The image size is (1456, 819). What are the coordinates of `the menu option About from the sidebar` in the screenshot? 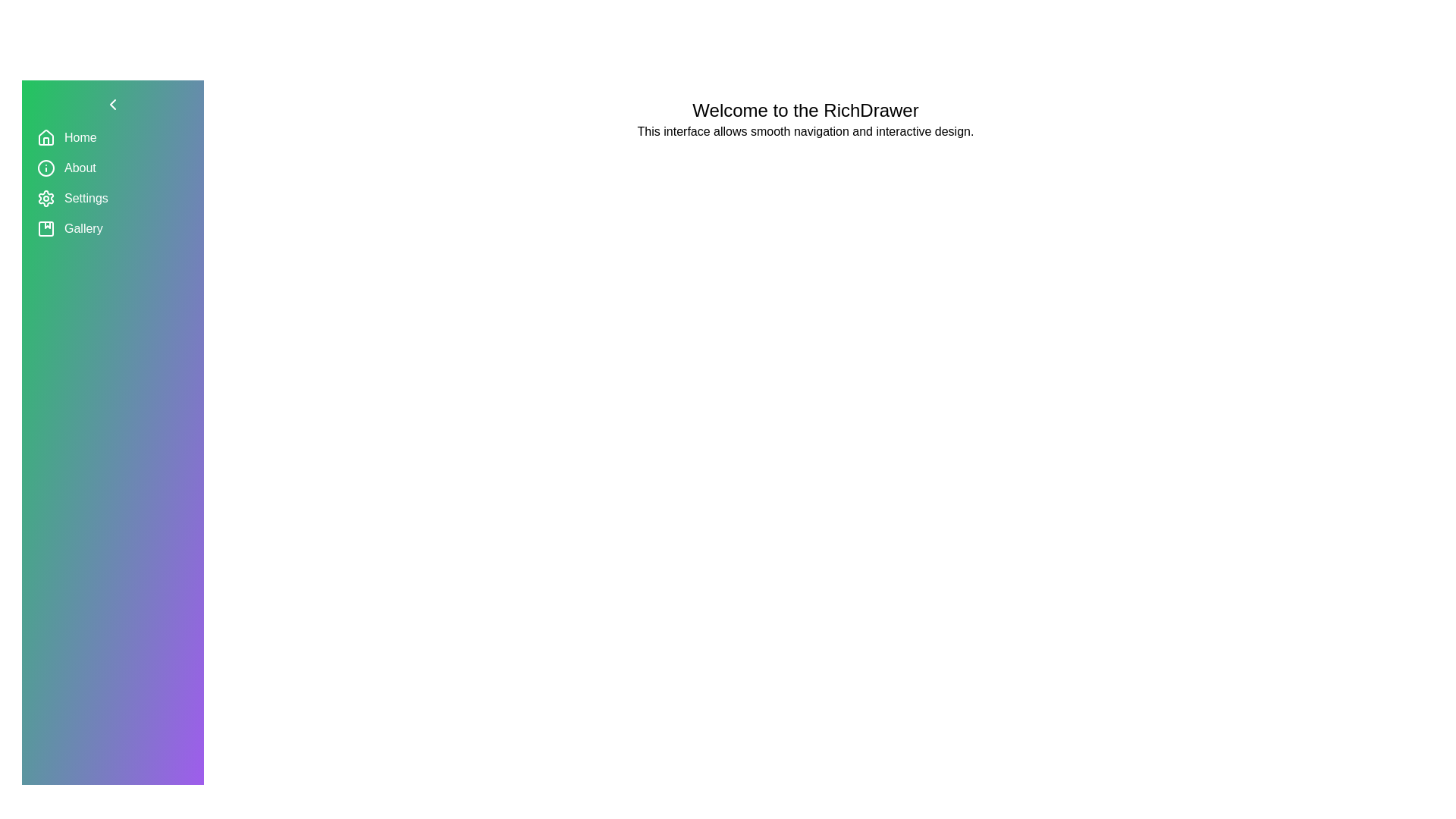 It's located at (111, 168).